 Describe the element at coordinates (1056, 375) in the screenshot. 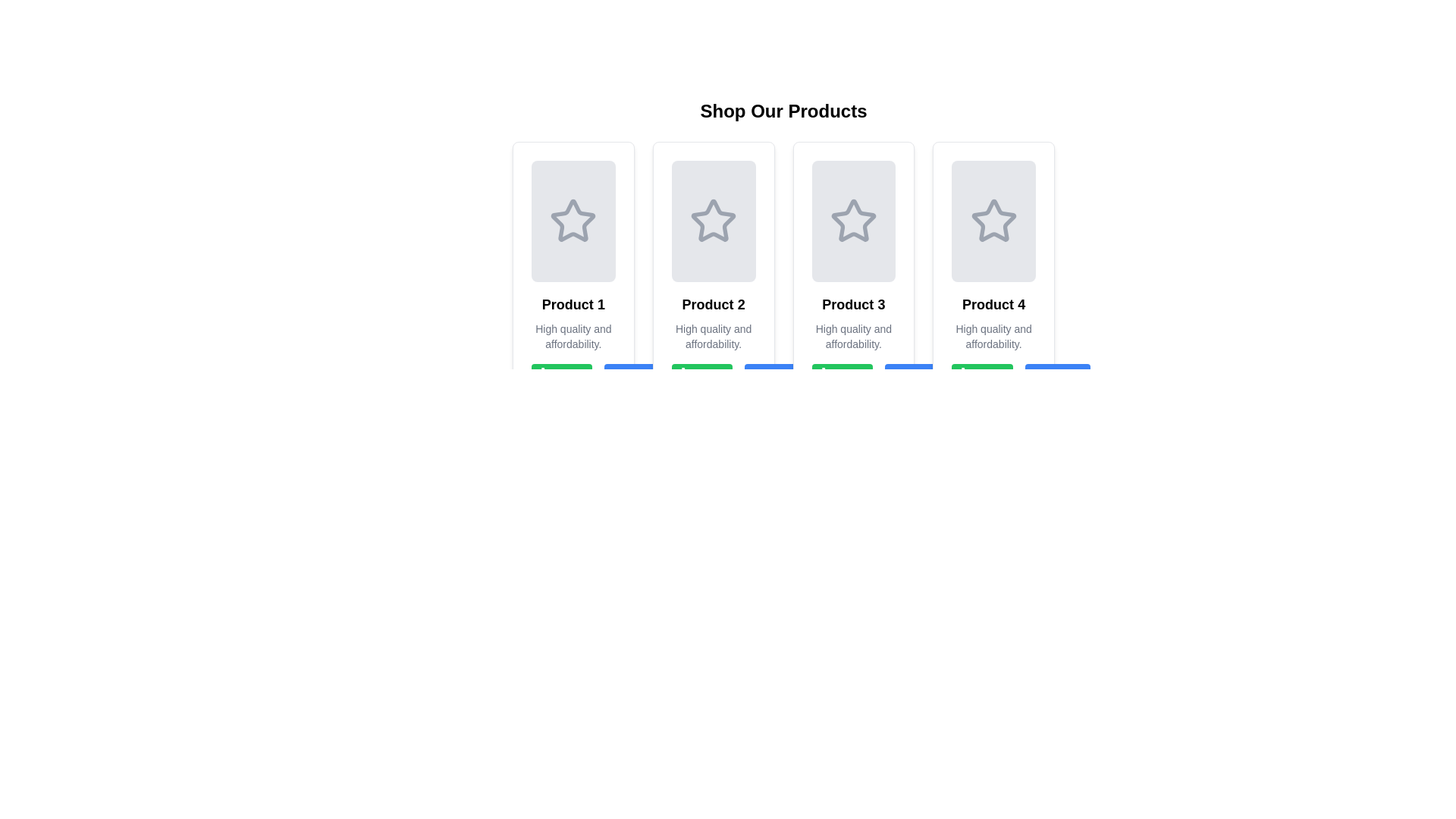

I see `the 'View' button, which is a blue rectangular button with rounded corners and white text, located at the rightmost position among the buttons beneath the 'Product 4' card to trigger hover effects` at that location.